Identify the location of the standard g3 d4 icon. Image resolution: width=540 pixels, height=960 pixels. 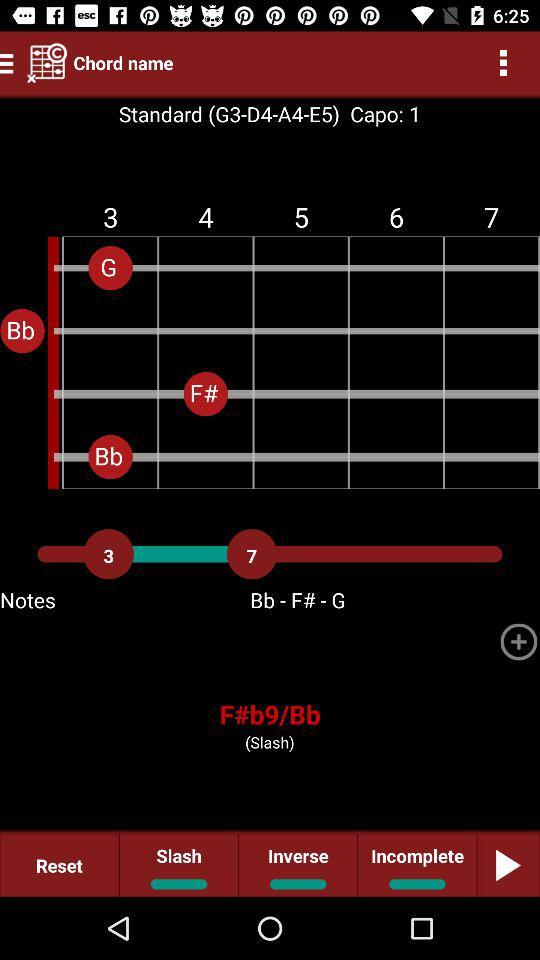
(228, 114).